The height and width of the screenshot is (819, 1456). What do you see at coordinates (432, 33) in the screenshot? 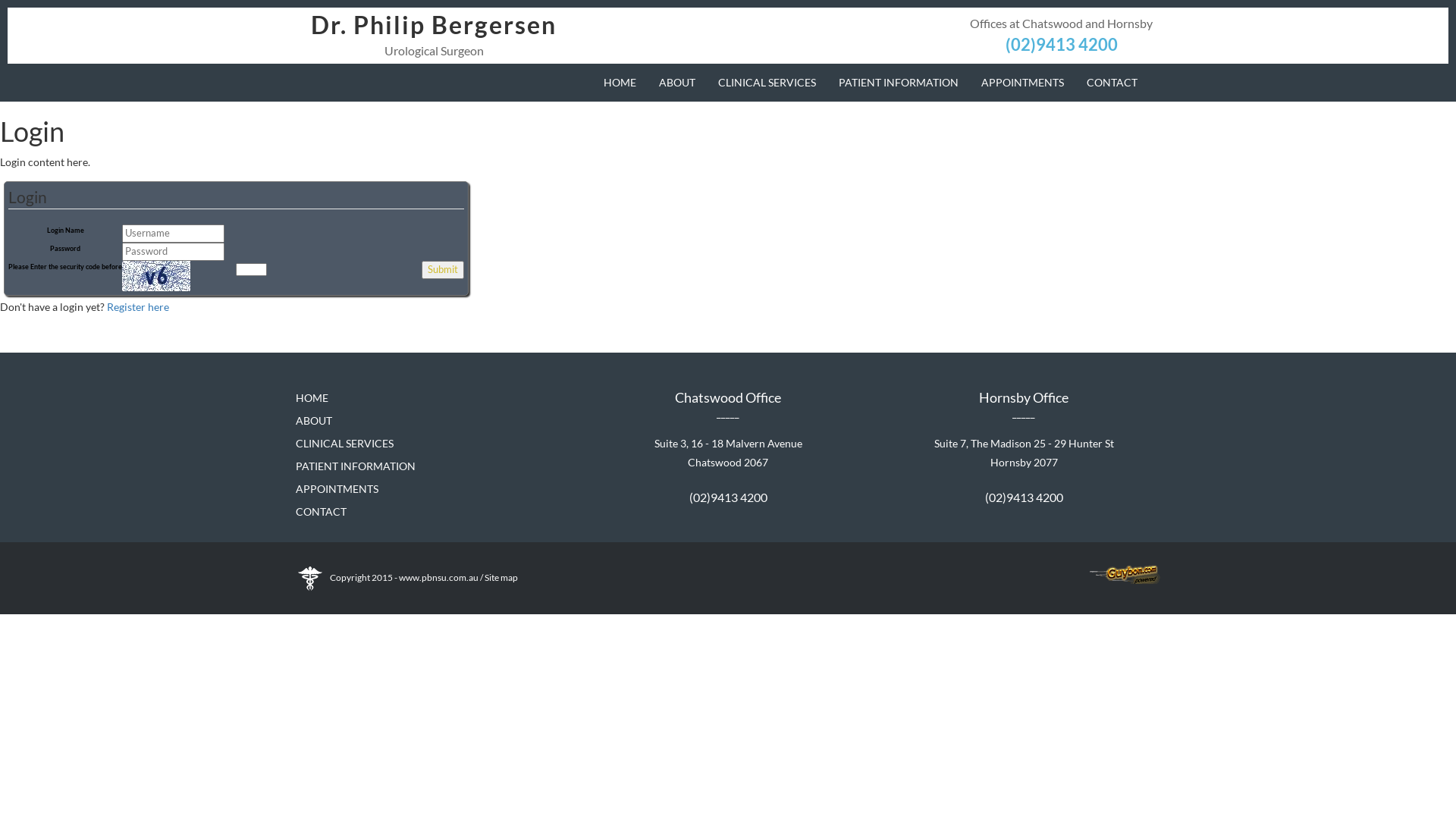
I see `'Dr. Philip Bergersen` at bounding box center [432, 33].